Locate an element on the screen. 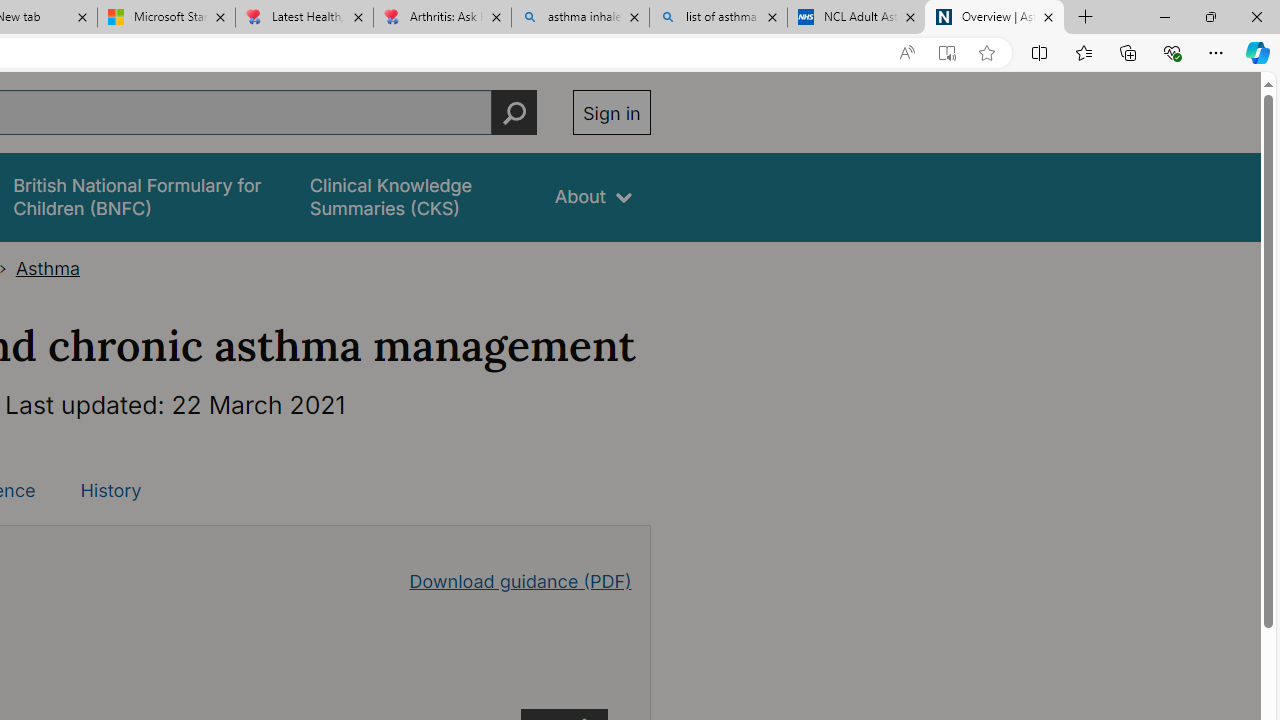  'NCL Adult Asthma Inhaler Choice Guideline' is located at coordinates (856, 17).